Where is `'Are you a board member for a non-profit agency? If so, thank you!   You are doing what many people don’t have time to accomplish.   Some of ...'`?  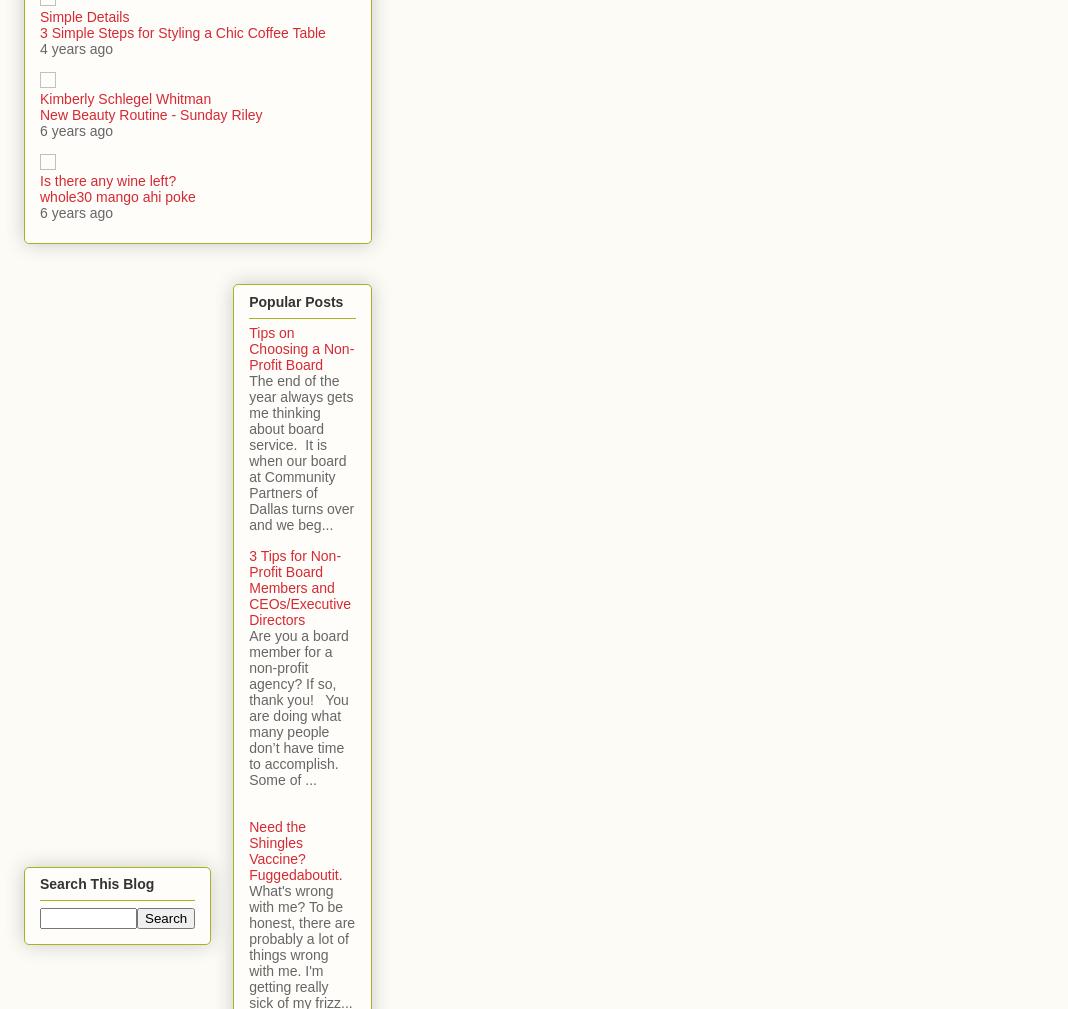
'Are you a board member for a non-profit agency? If so, thank you!   You are doing what many people don’t have time to accomplish.   Some of ...' is located at coordinates (297, 707).